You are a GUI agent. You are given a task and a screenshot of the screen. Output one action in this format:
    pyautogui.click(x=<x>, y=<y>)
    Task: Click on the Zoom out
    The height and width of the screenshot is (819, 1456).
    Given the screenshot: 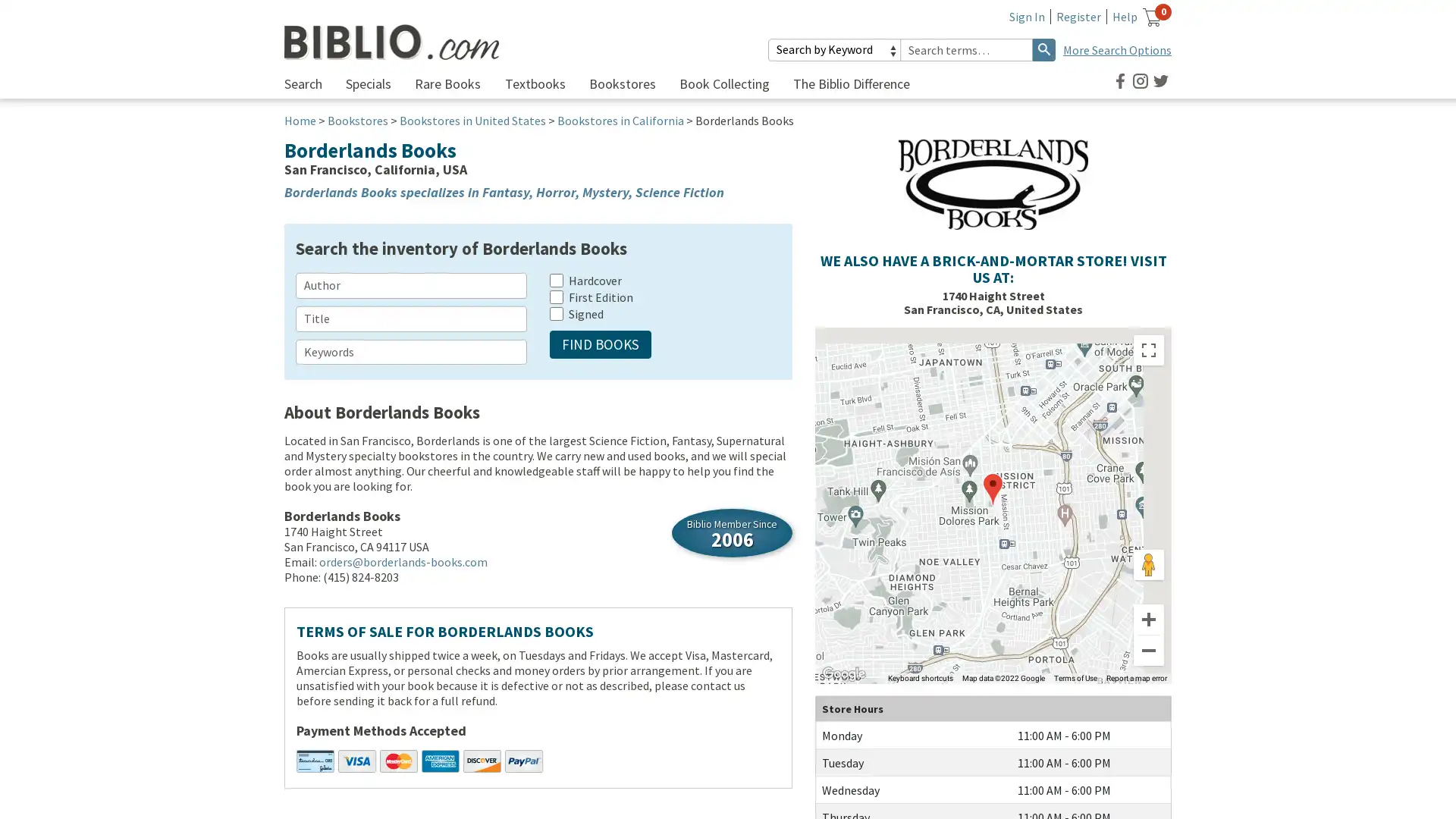 What is the action you would take?
    pyautogui.click(x=1149, y=649)
    